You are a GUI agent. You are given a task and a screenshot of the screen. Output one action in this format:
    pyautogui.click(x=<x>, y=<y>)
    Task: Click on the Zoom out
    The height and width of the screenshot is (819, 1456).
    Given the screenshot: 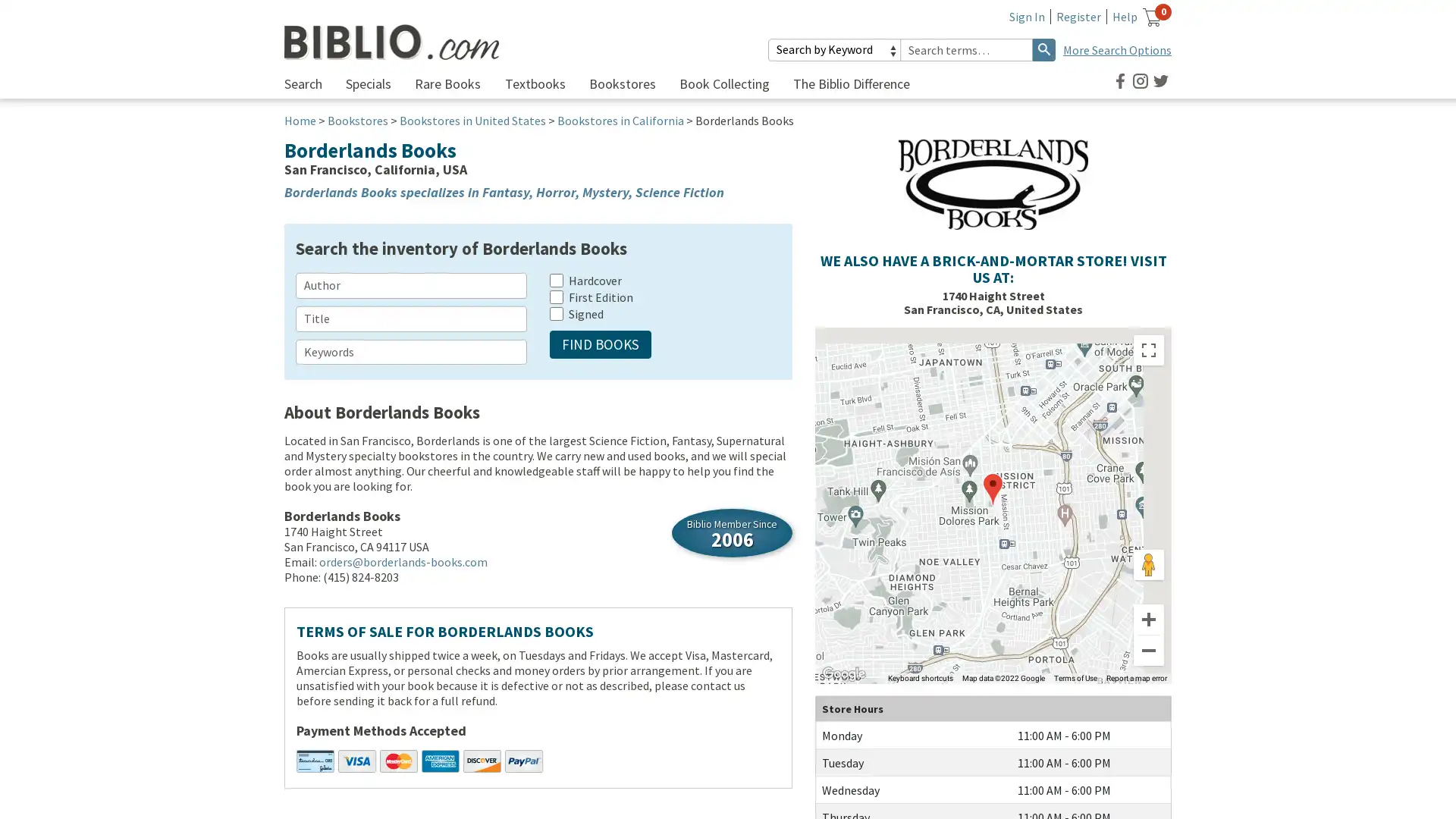 What is the action you would take?
    pyautogui.click(x=1149, y=649)
    